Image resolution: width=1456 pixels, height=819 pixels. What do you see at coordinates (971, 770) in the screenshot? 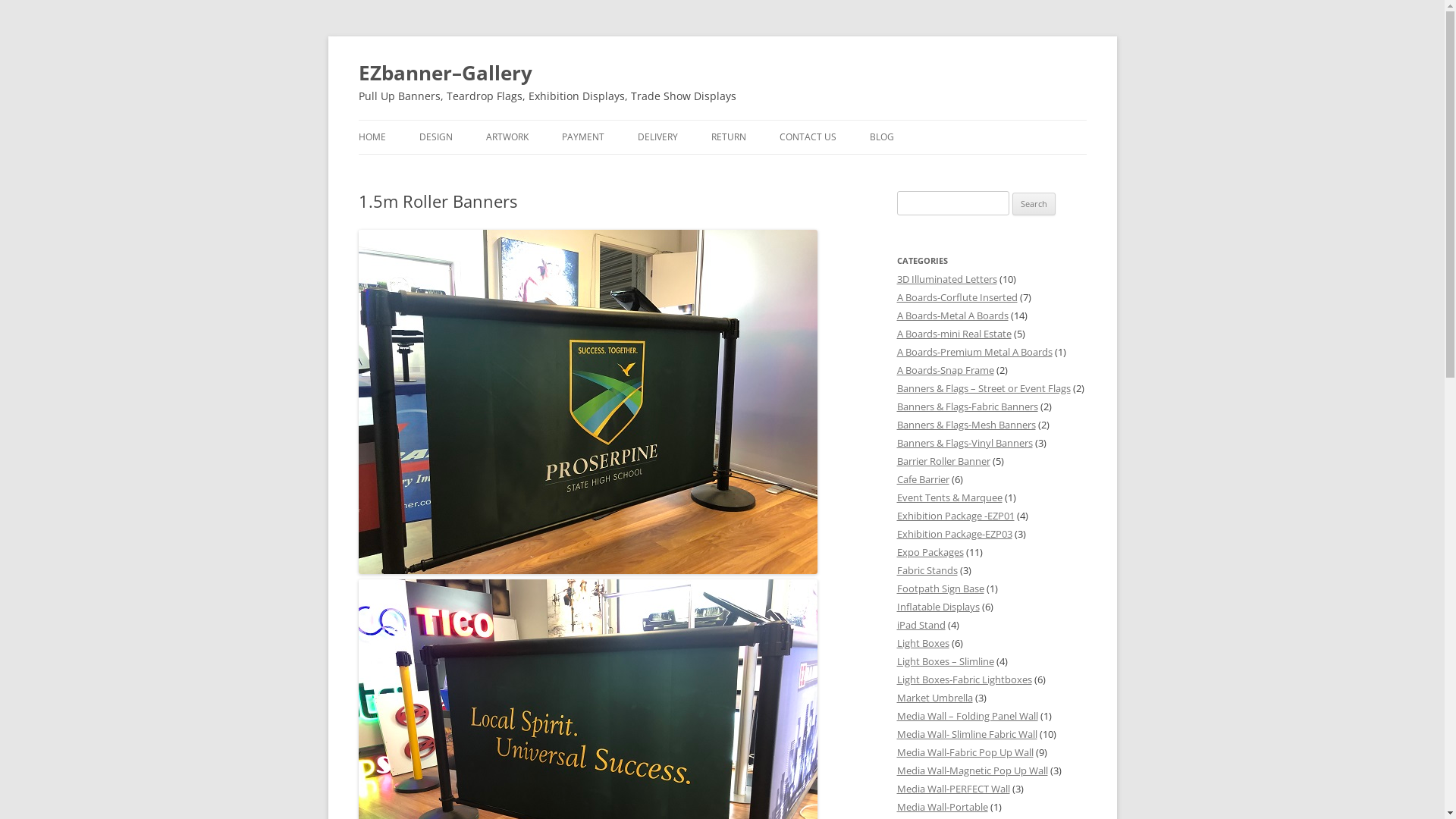
I see `'Media Wall-Magnetic Pop Up Wall'` at bounding box center [971, 770].